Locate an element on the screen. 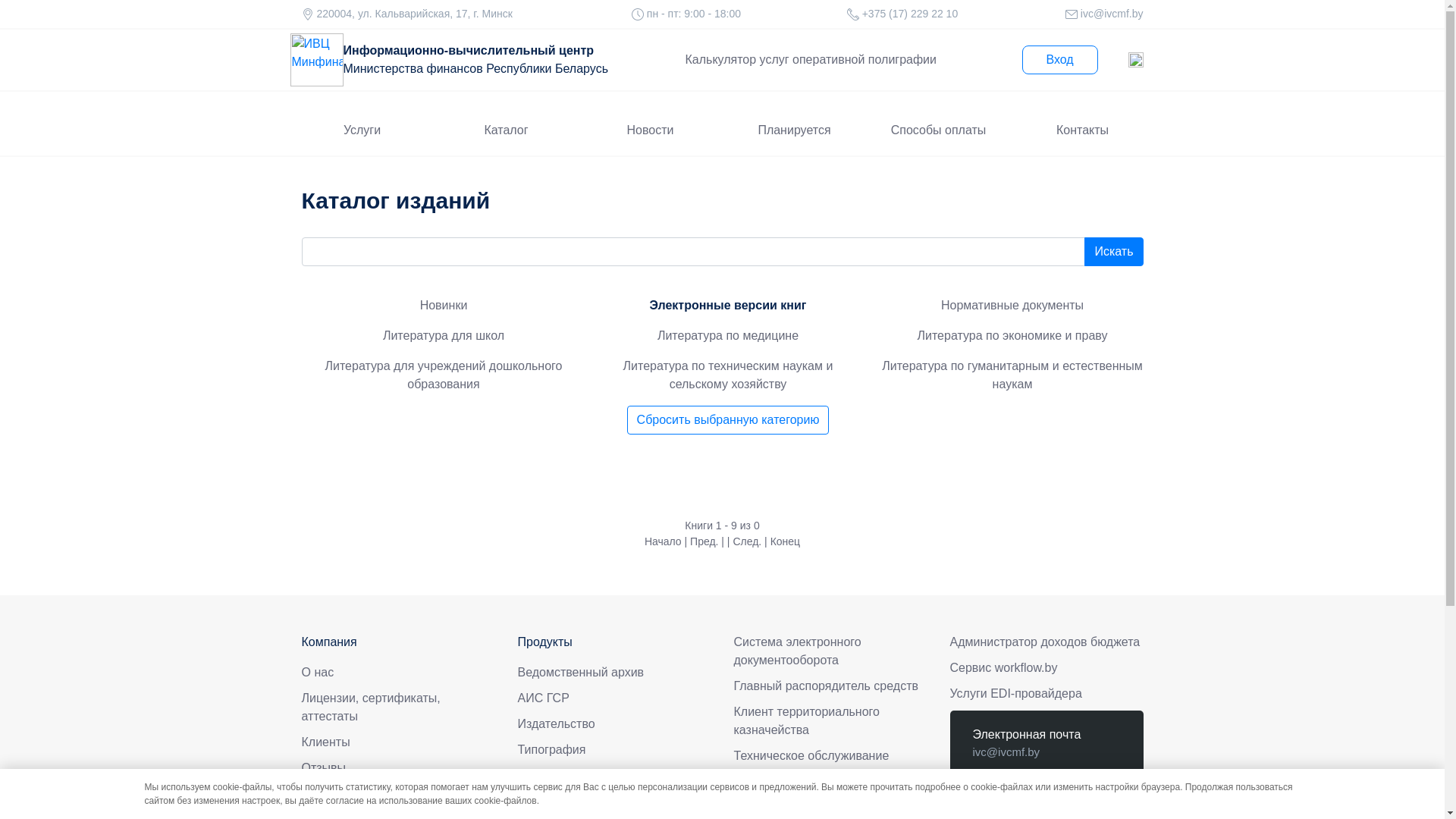 This screenshot has height=819, width=1456. '+375 (17) 229 22 10' is located at coordinates (1023, 799).